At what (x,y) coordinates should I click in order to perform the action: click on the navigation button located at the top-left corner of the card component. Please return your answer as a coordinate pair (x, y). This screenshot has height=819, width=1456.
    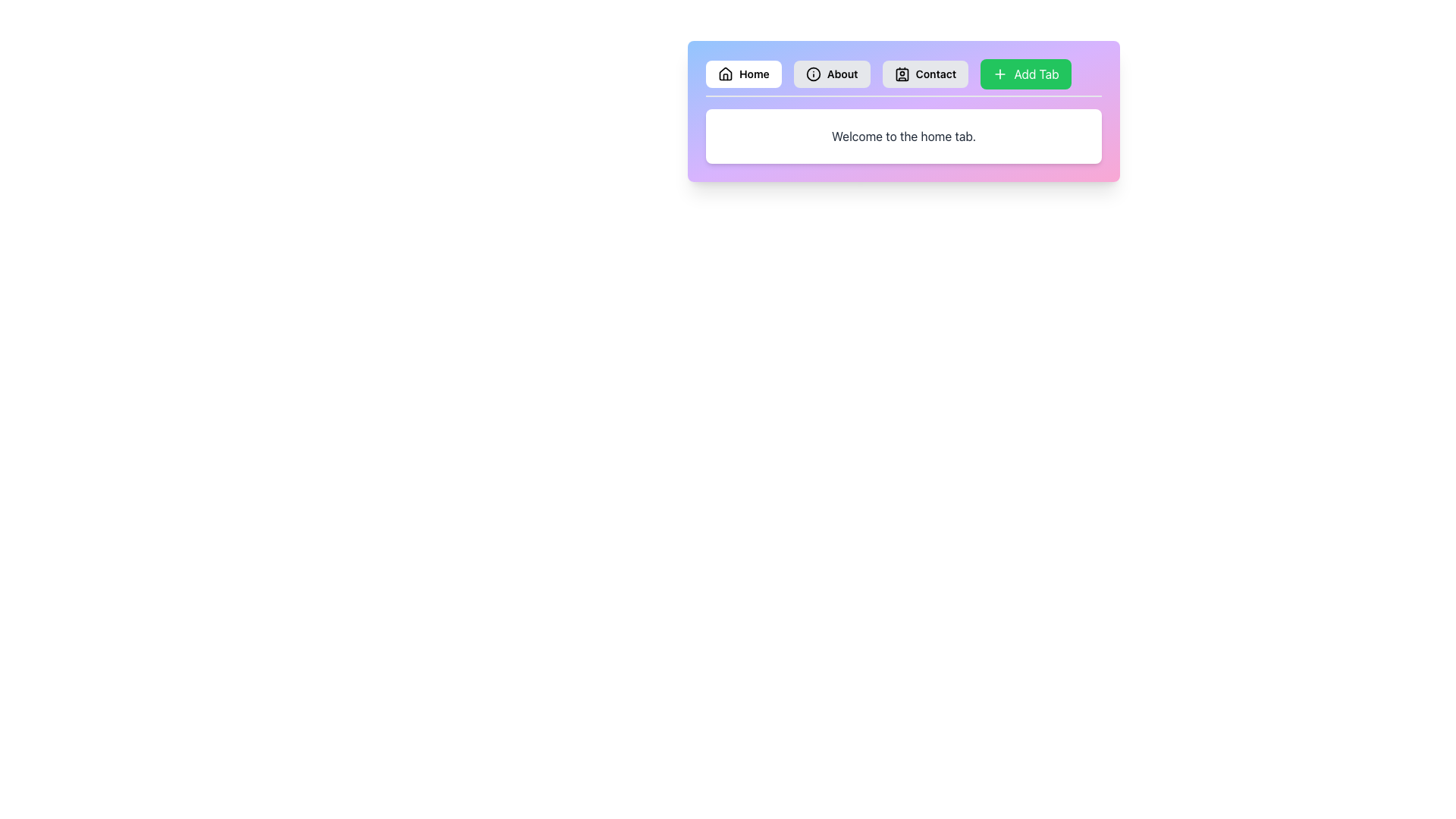
    Looking at the image, I should click on (743, 74).